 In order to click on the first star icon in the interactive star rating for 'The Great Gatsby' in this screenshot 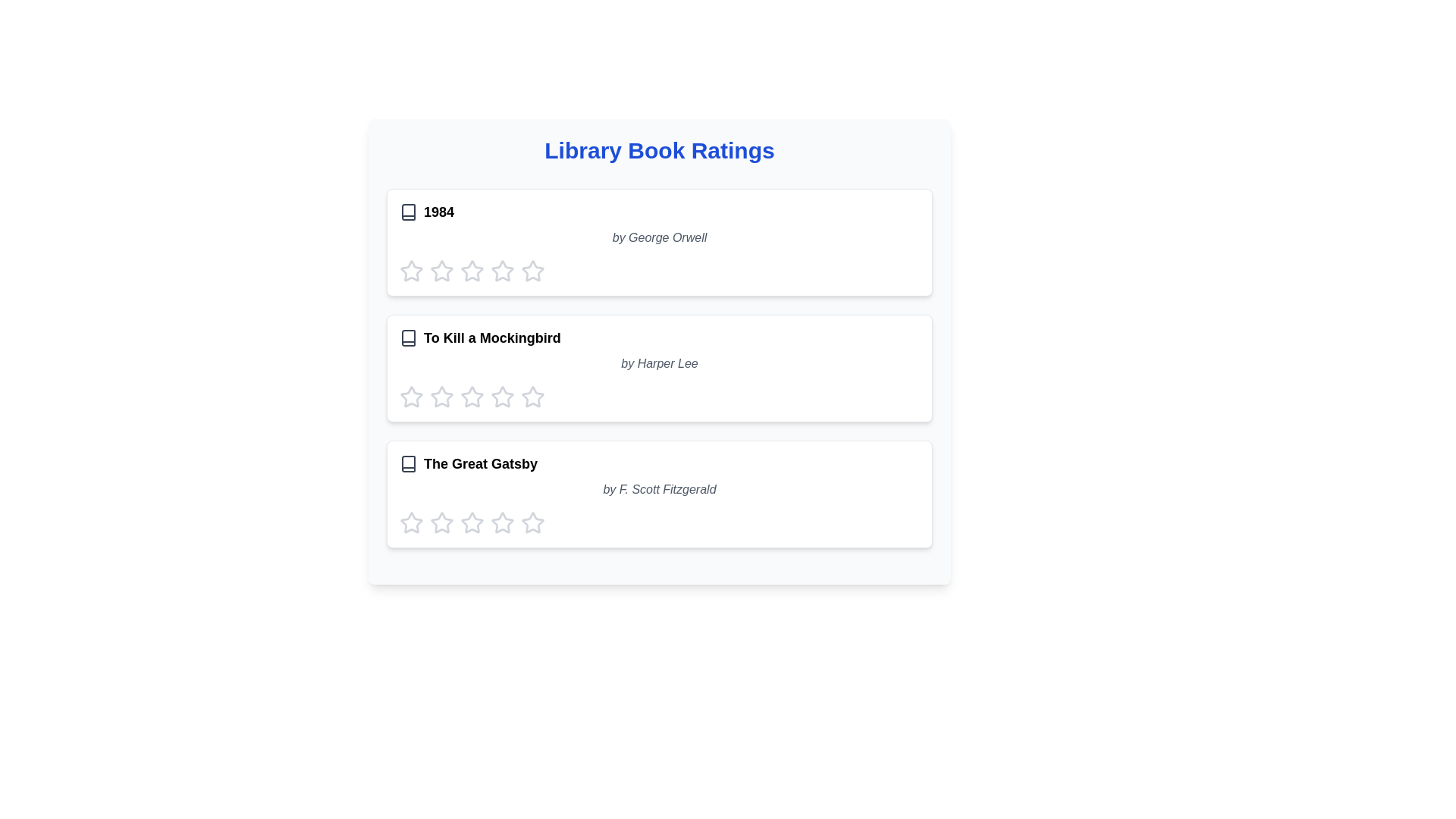, I will do `click(411, 522)`.